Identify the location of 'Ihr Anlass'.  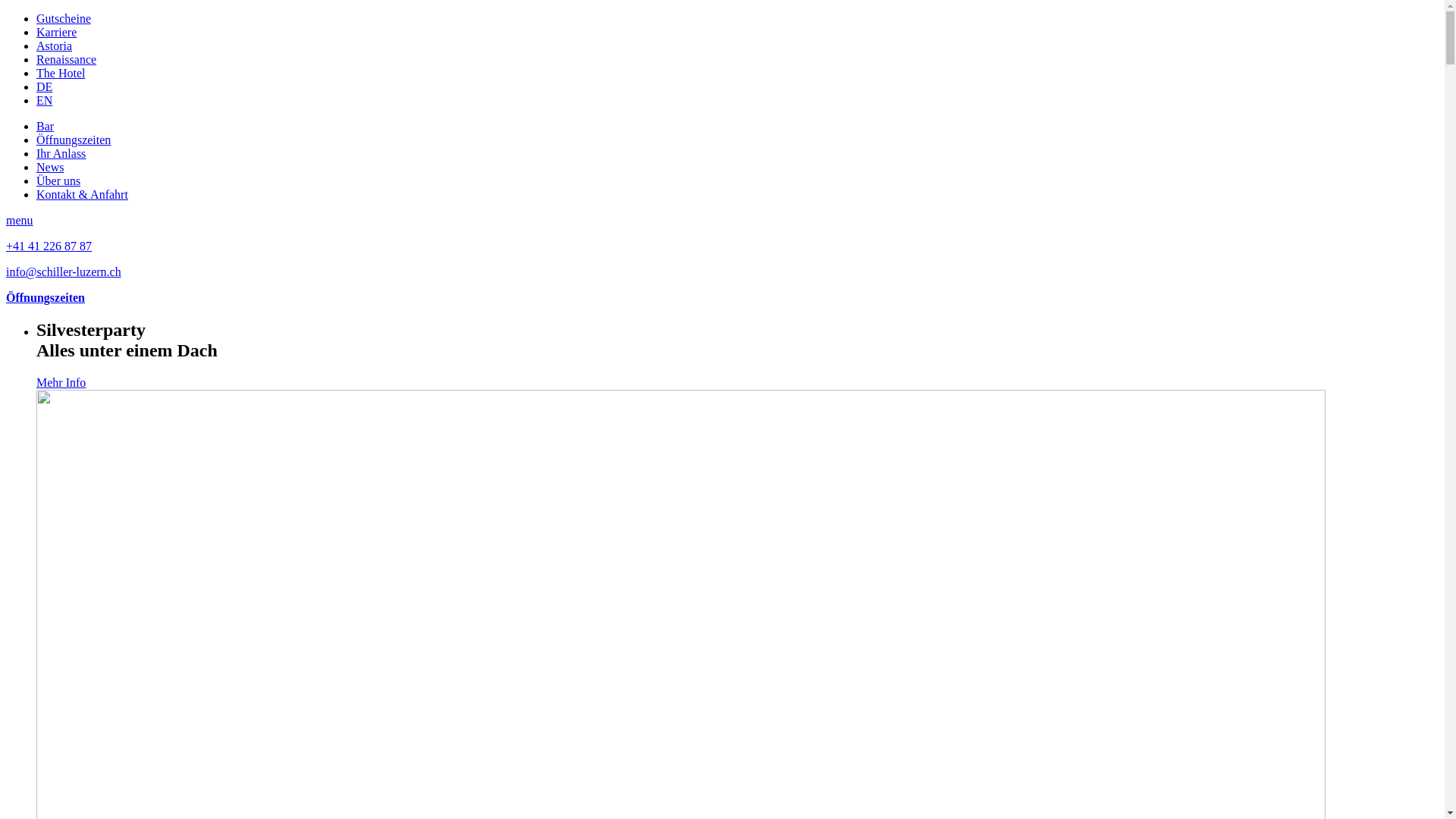
(61, 153).